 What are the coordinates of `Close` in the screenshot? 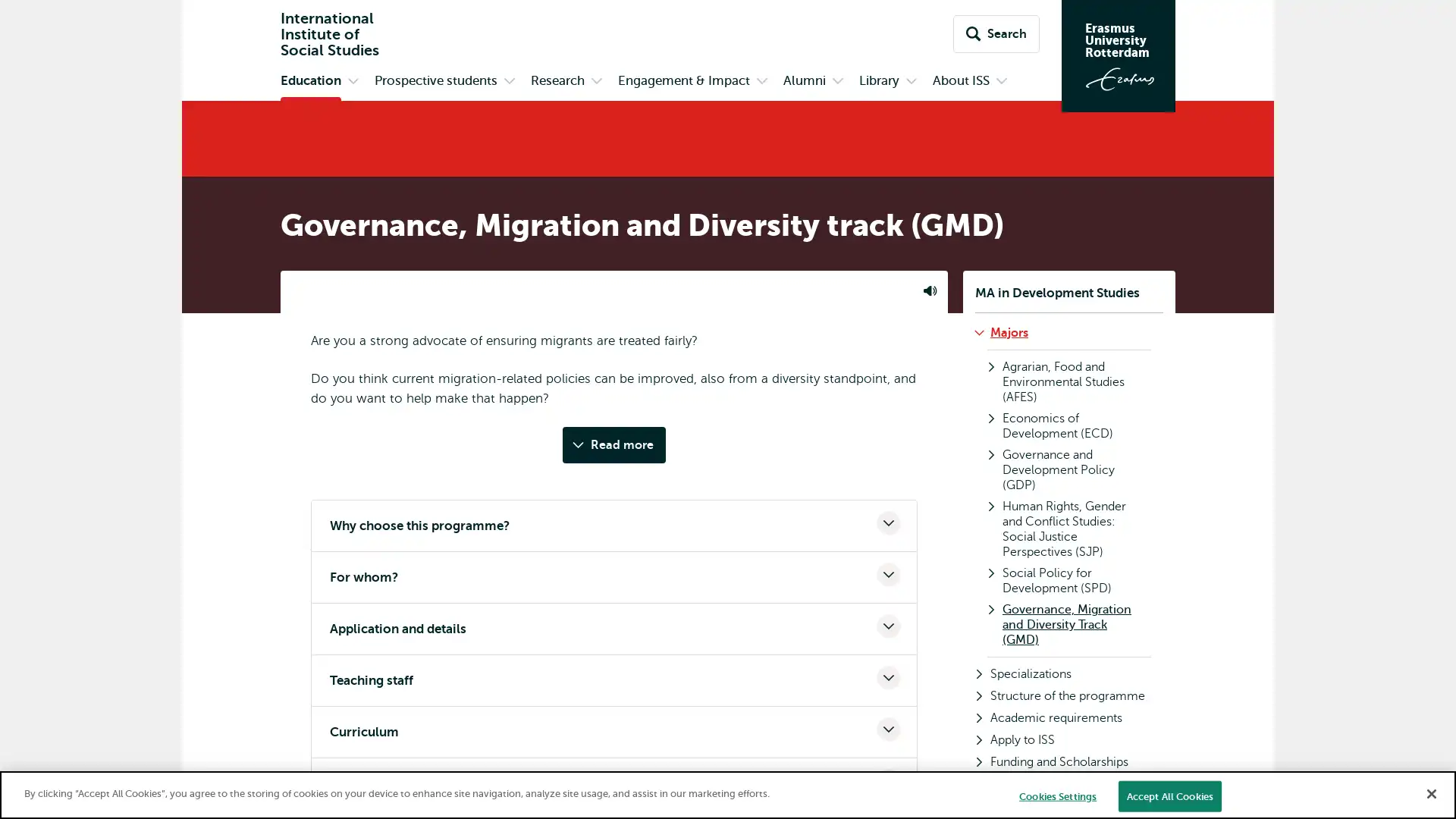 It's located at (1430, 792).